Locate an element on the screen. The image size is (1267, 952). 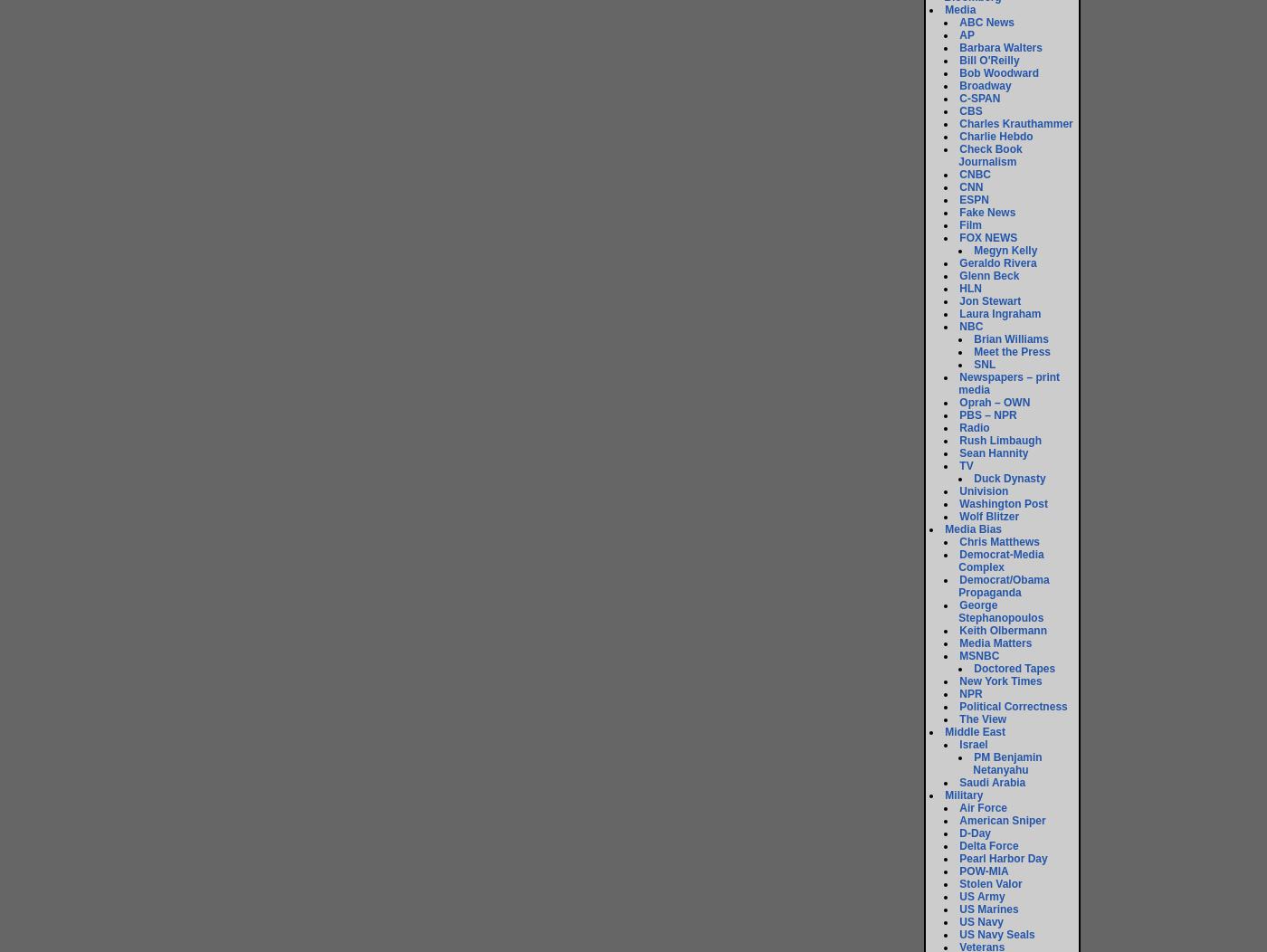
'Meet the Press' is located at coordinates (1012, 352).